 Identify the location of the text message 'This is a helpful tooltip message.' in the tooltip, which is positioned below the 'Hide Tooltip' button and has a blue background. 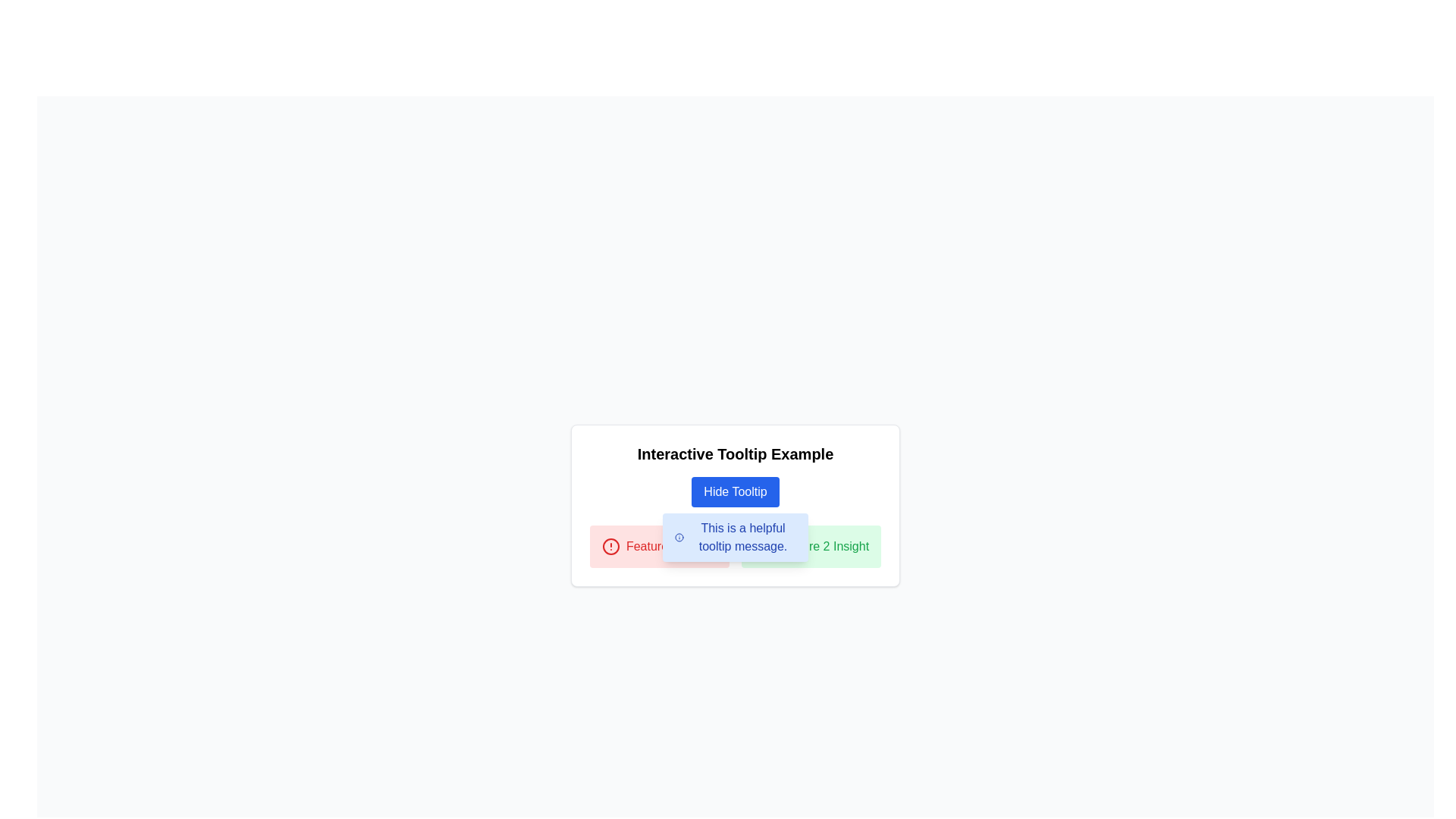
(735, 537).